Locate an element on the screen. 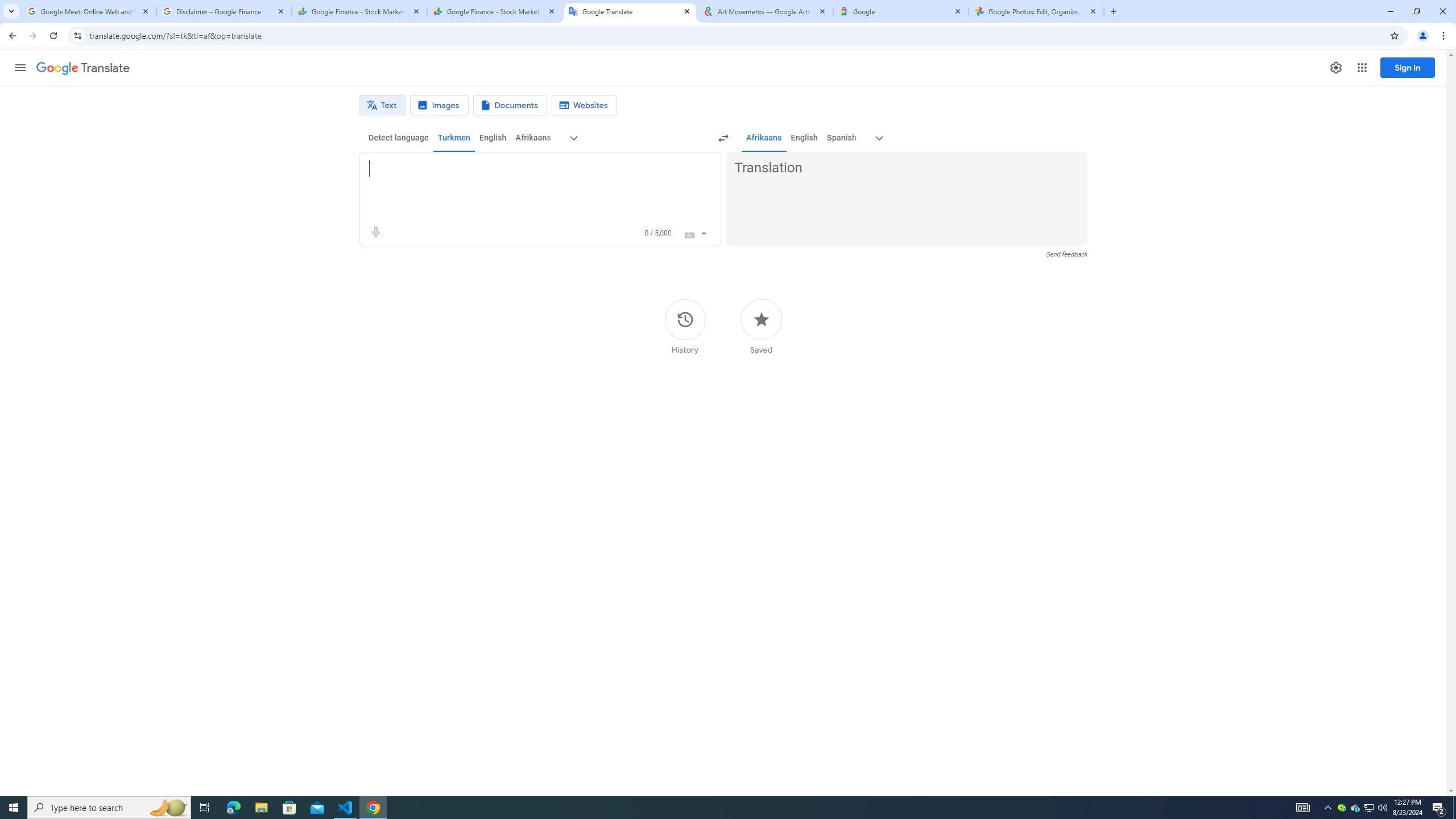 The height and width of the screenshot is (819, 1456). 'Detect language' is located at coordinates (399, 137).